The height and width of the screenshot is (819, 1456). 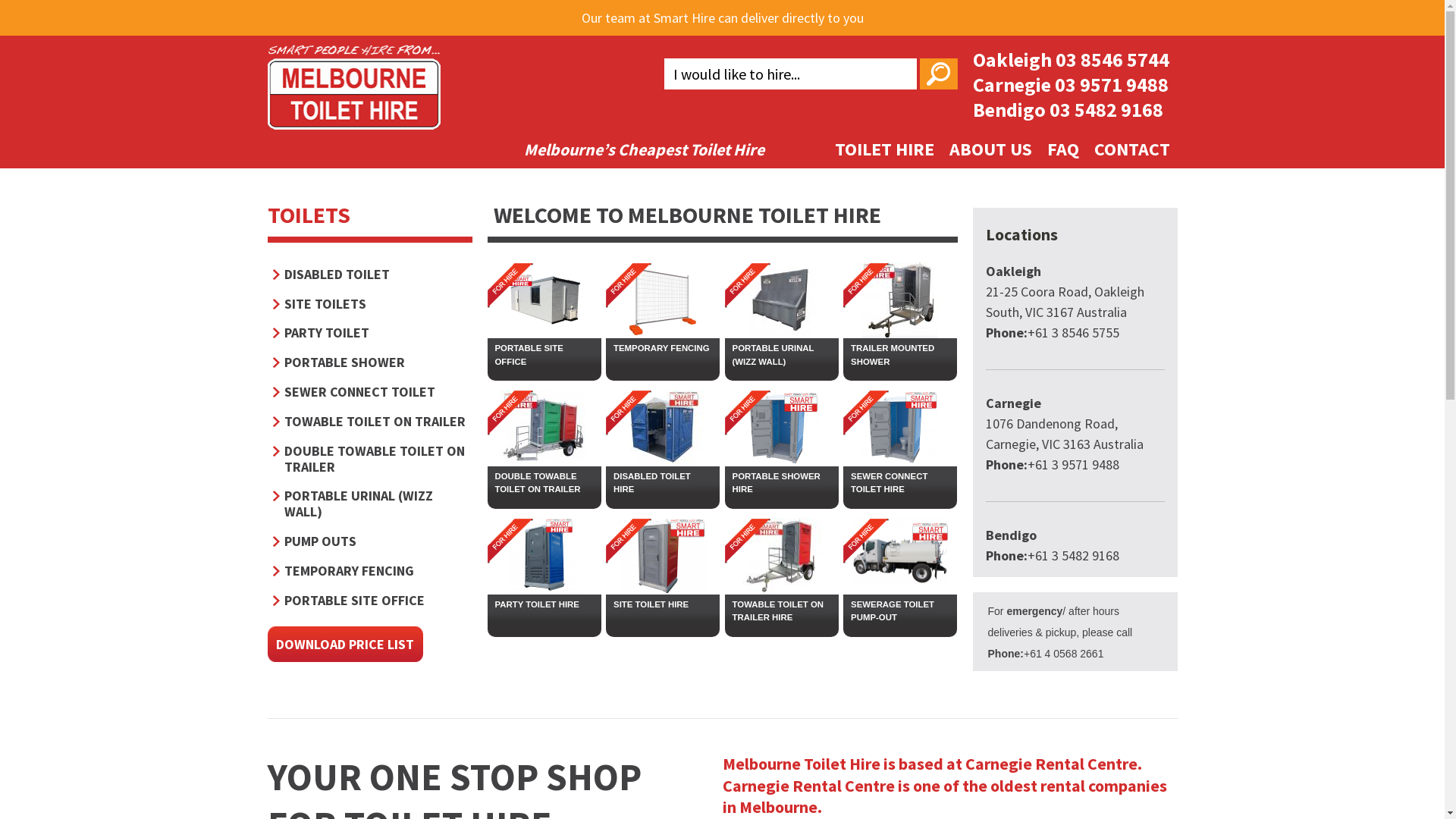 What do you see at coordinates (370, 331) in the screenshot?
I see `'PARTY TOILET'` at bounding box center [370, 331].